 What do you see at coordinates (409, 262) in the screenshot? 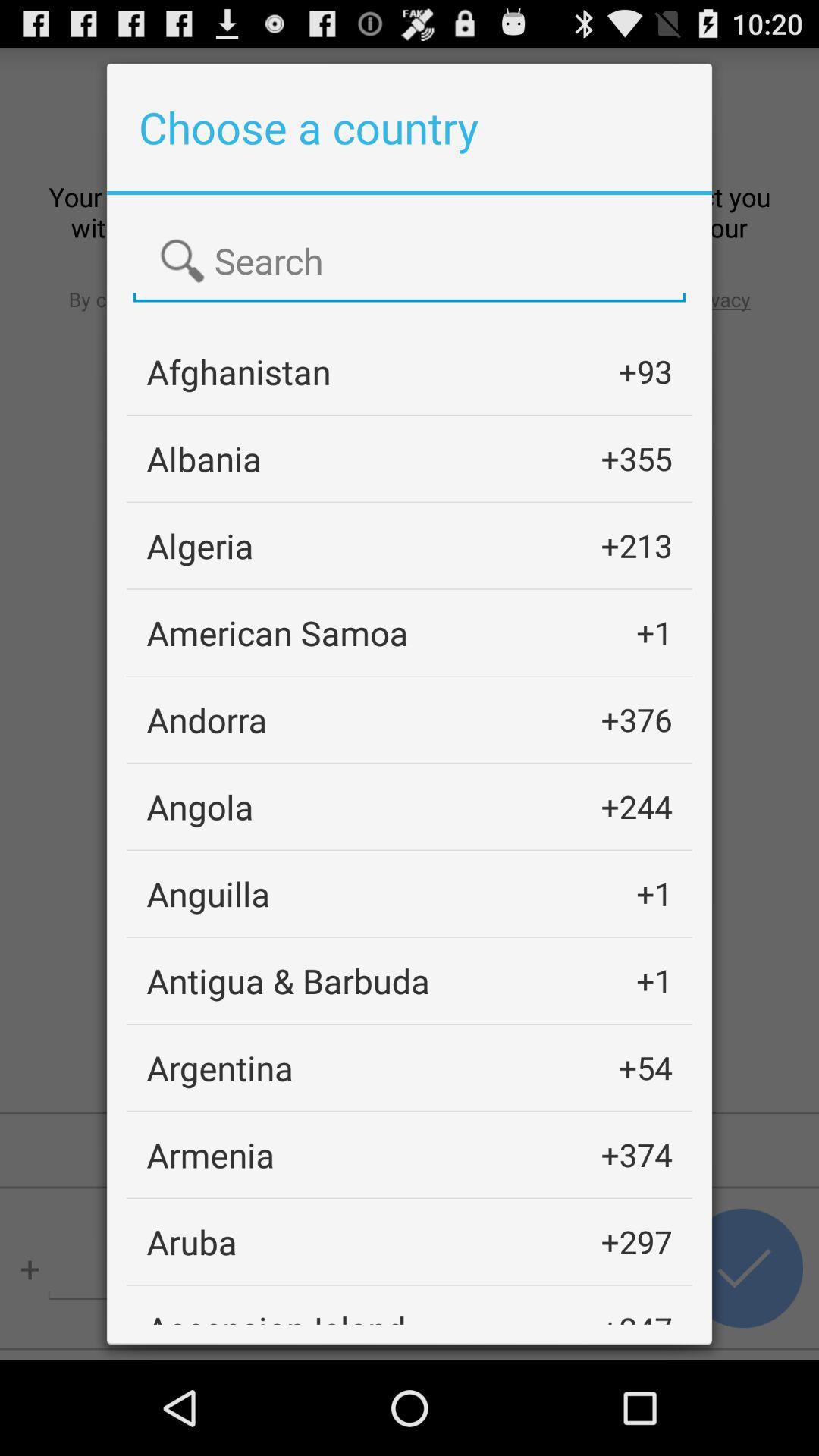
I see `search box` at bounding box center [409, 262].